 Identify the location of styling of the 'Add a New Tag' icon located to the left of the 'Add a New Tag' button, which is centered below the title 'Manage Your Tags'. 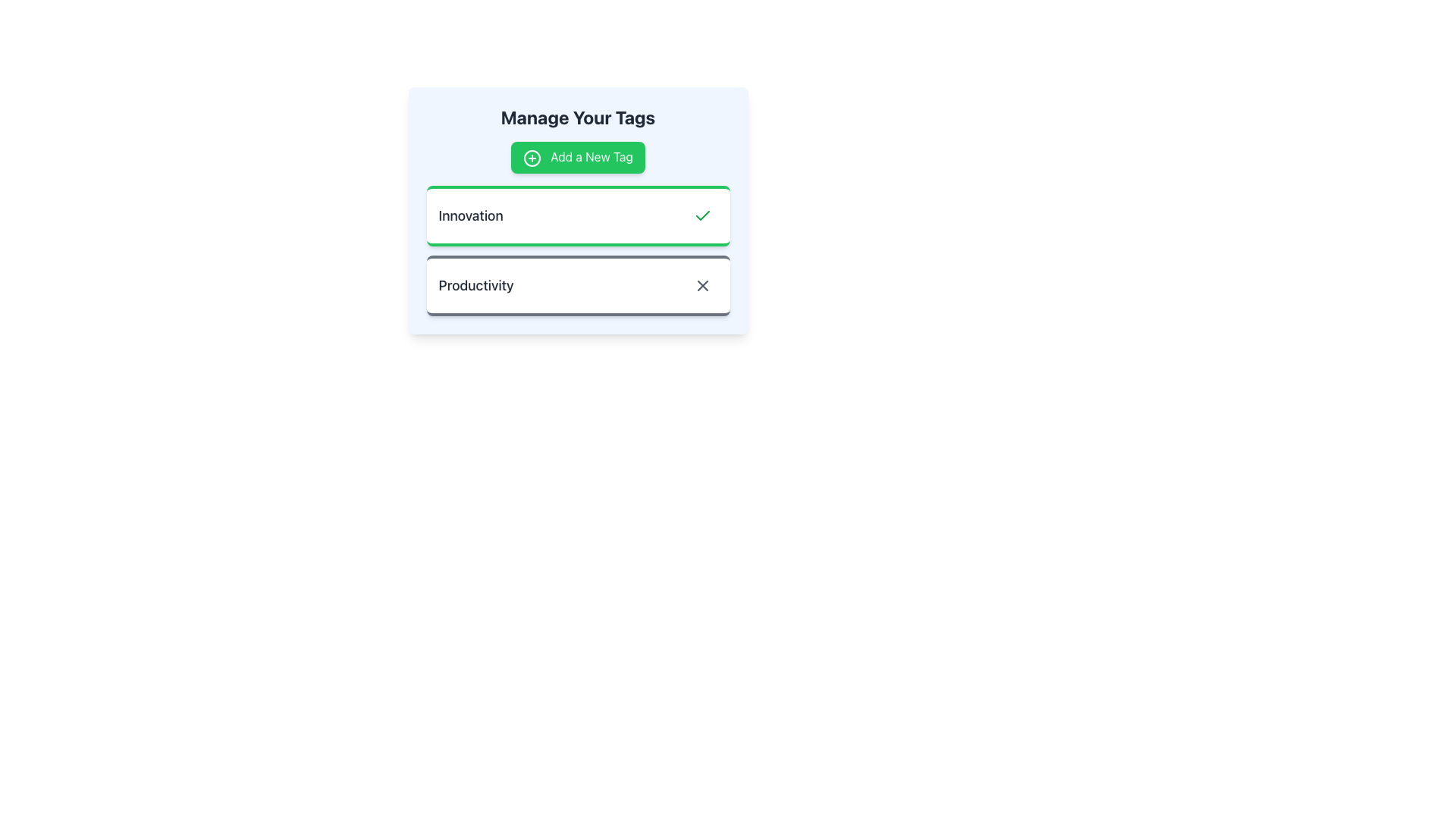
(532, 158).